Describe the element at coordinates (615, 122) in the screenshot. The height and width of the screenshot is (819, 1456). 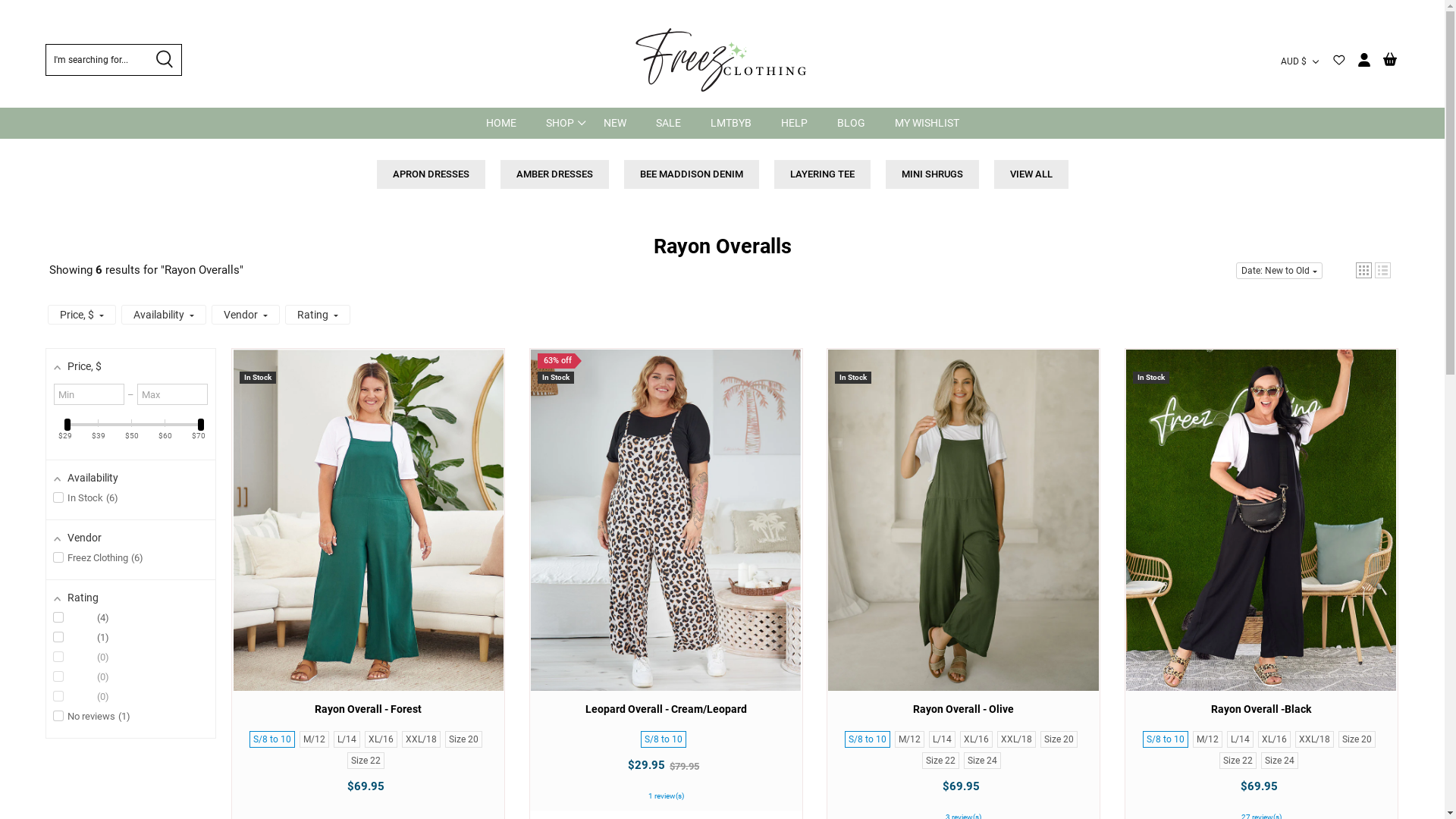
I see `'NEW'` at that location.